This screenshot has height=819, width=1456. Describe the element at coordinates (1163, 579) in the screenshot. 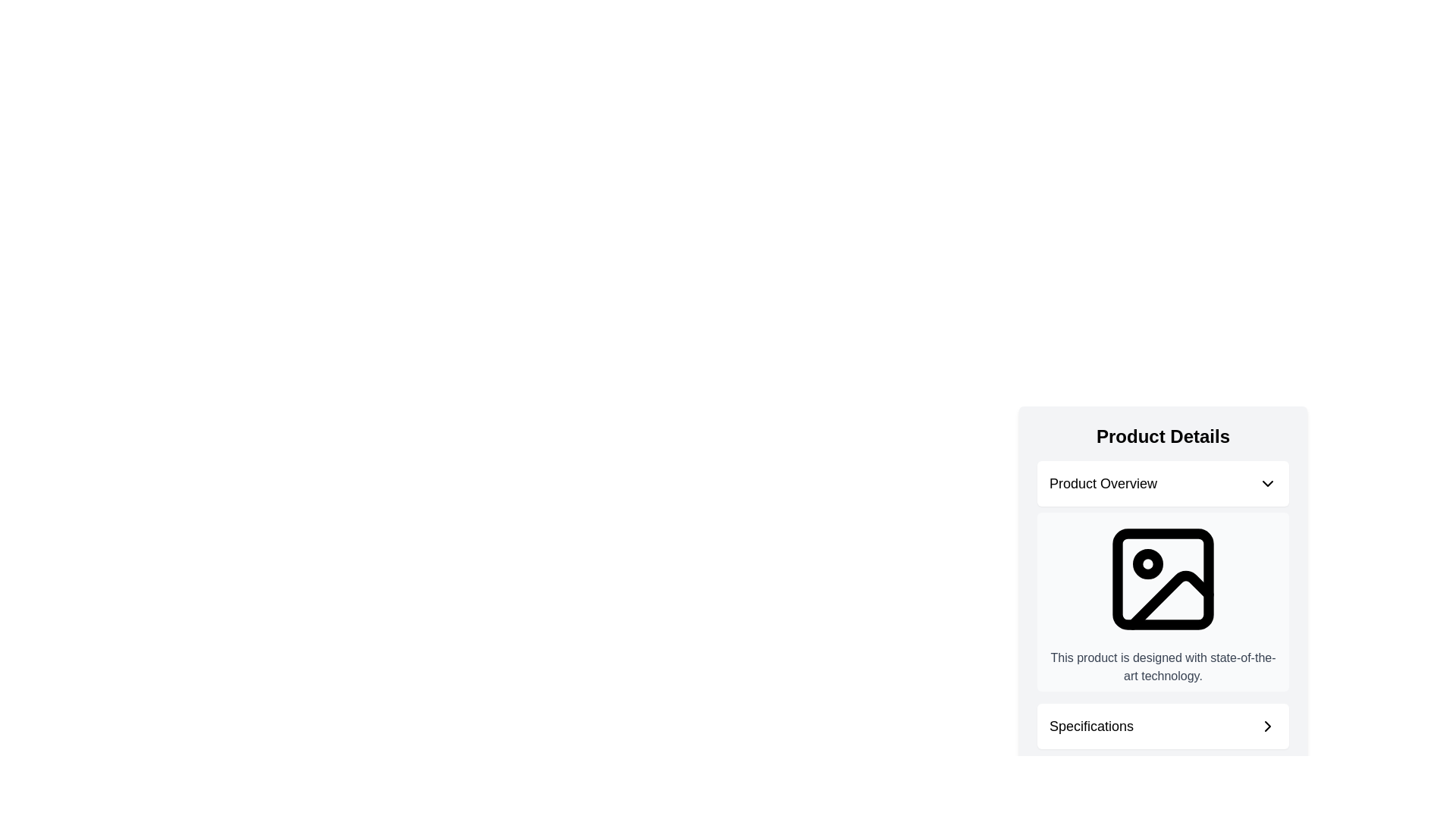

I see `the black outlined photograph icon located in the 'Product Overview' category of the 'Product Details' section` at that location.